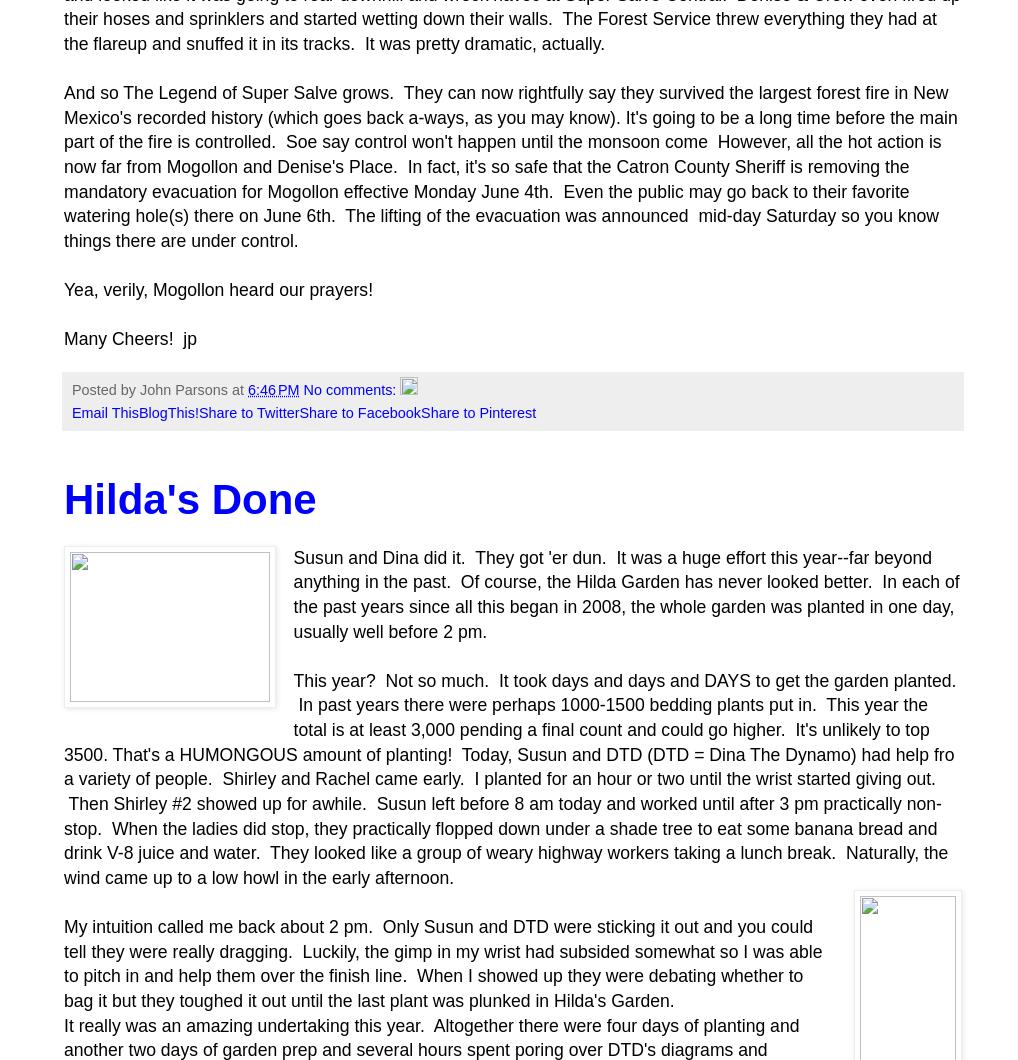 Image resolution: width=1018 pixels, height=1060 pixels. Describe the element at coordinates (138, 389) in the screenshot. I see `'John Parsons'` at that location.